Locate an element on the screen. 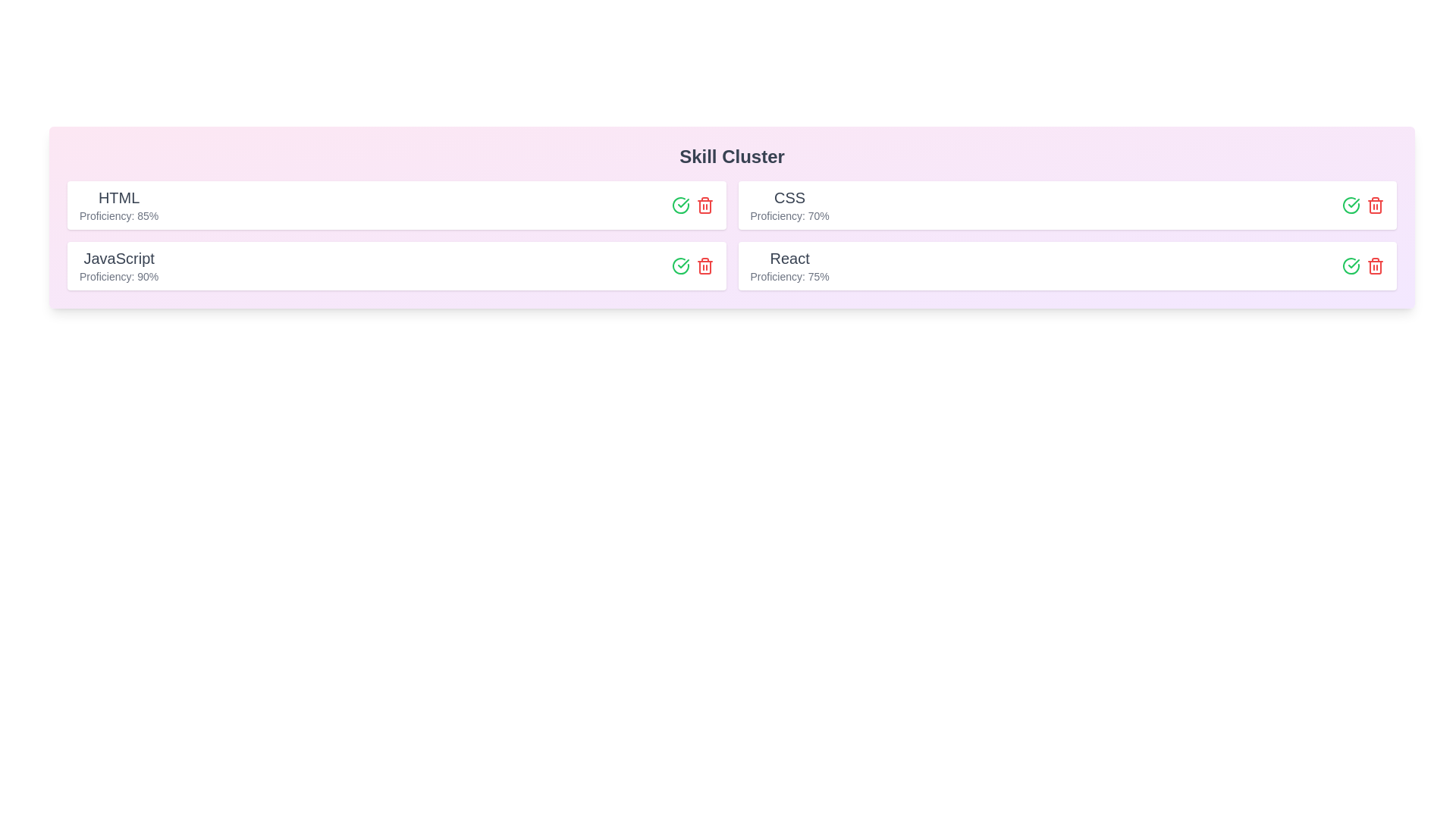 The width and height of the screenshot is (1456, 819). the skill chip for JavaScript is located at coordinates (397, 265).